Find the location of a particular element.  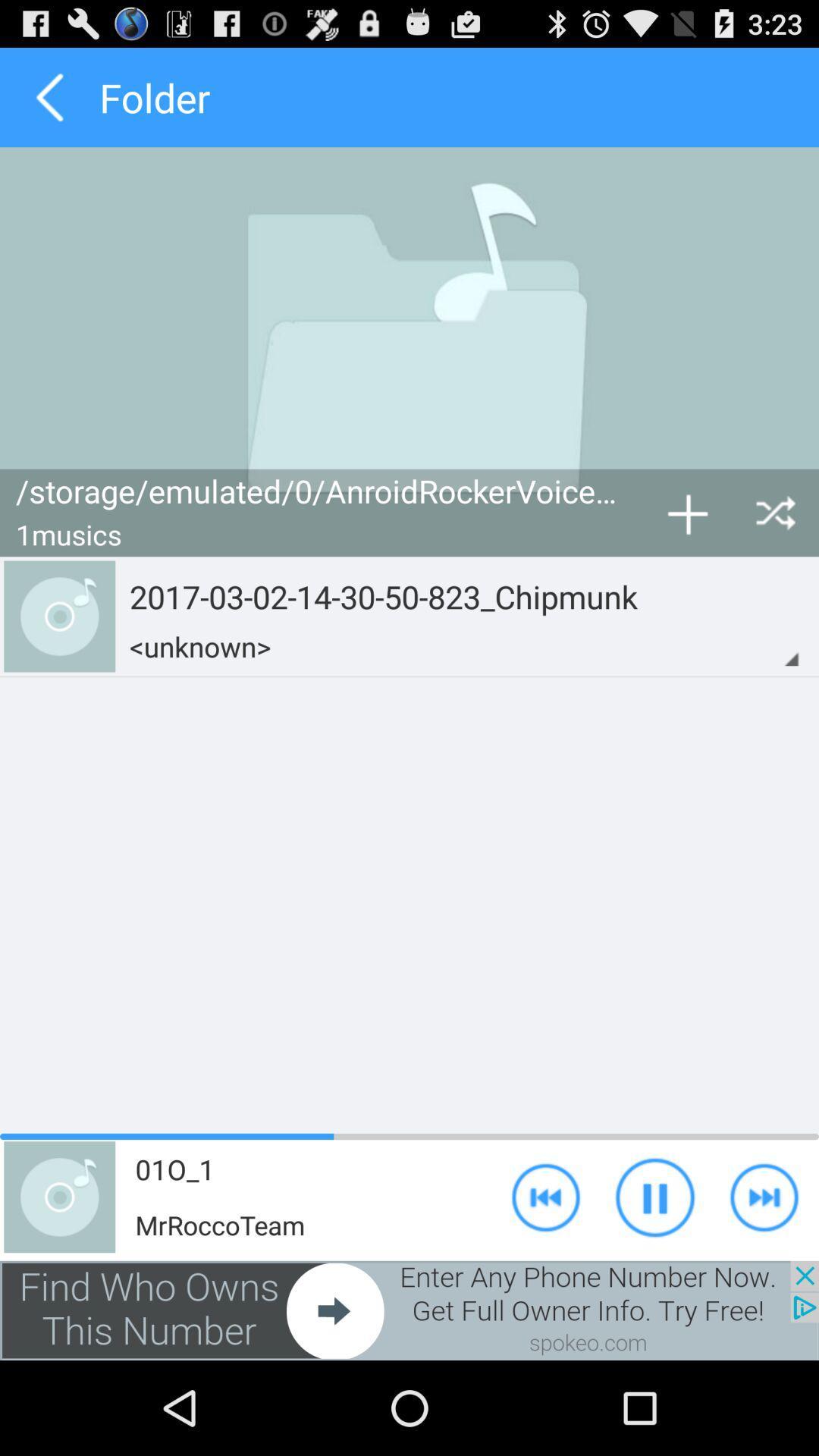

folder option is located at coordinates (49, 96).